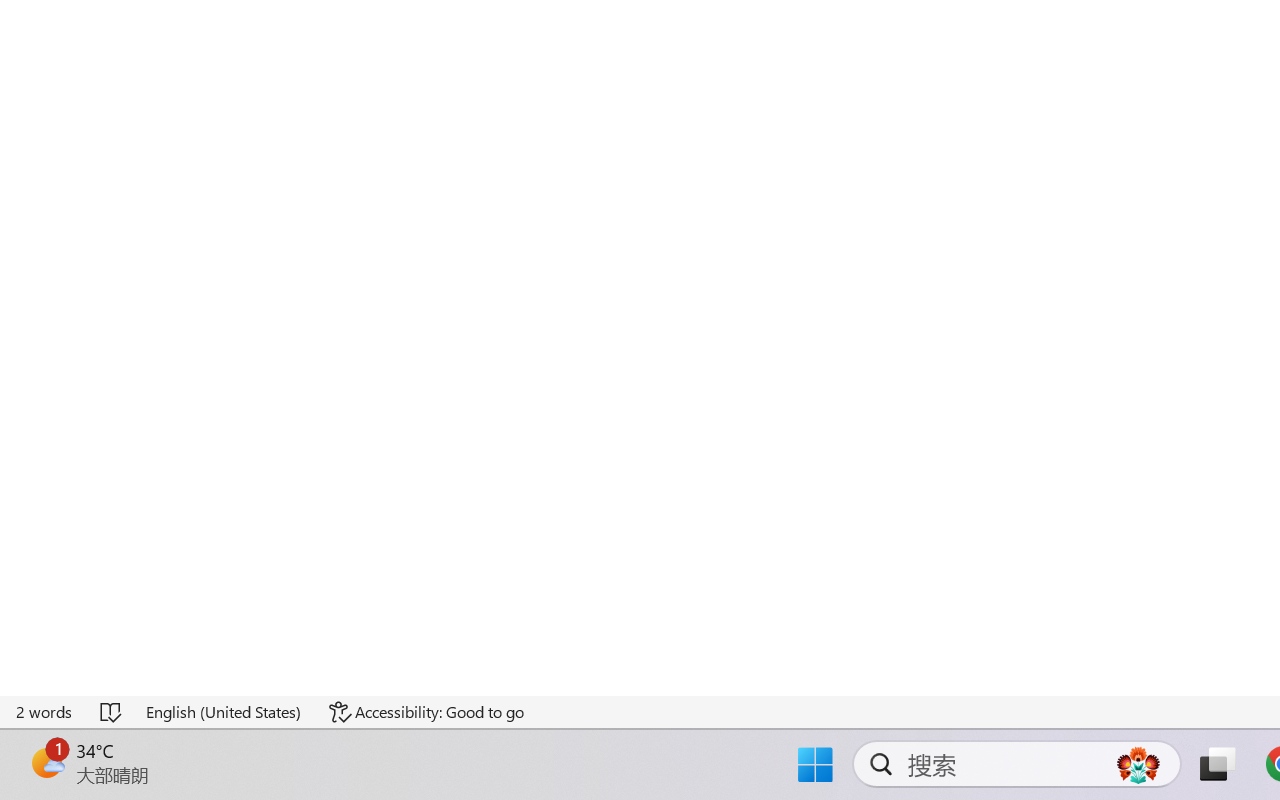  What do you see at coordinates (45, 711) in the screenshot?
I see `'Word Count 2 words'` at bounding box center [45, 711].